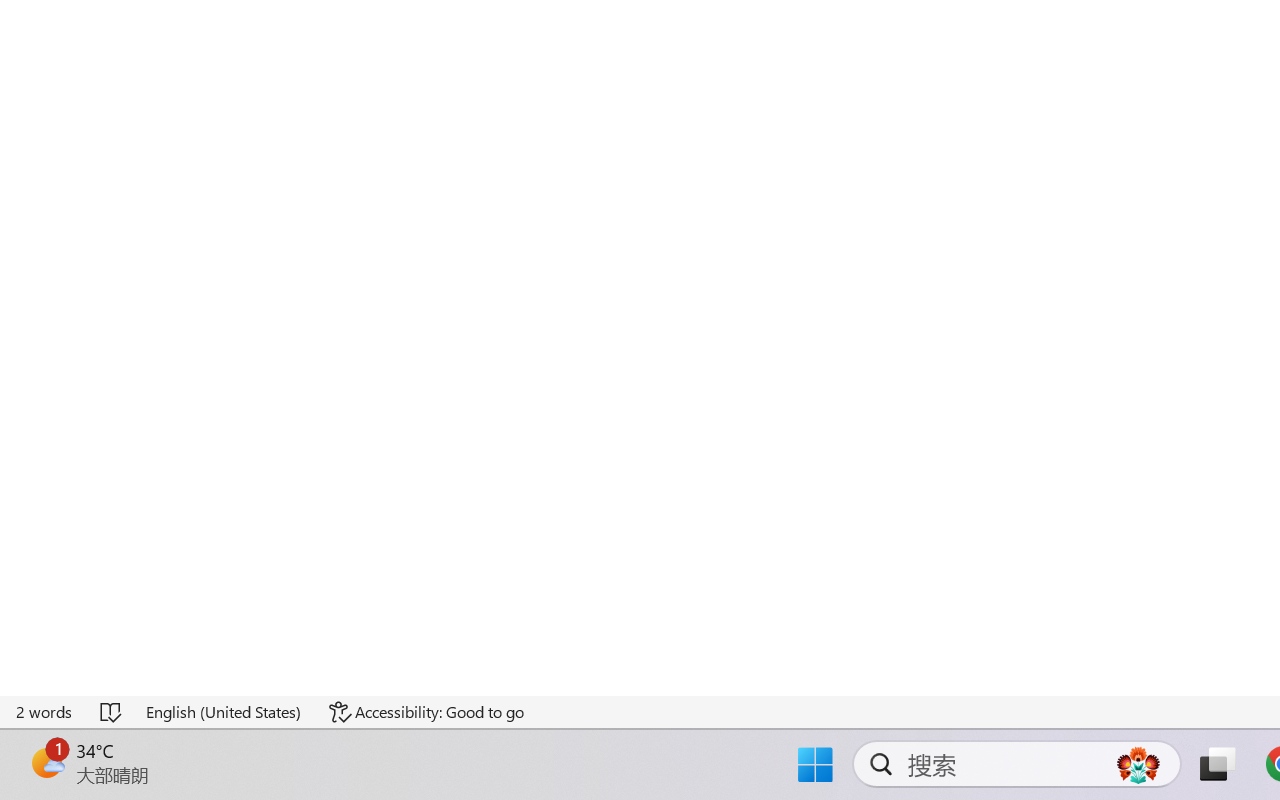  What do you see at coordinates (45, 711) in the screenshot?
I see `'Word Count 2 words'` at bounding box center [45, 711].